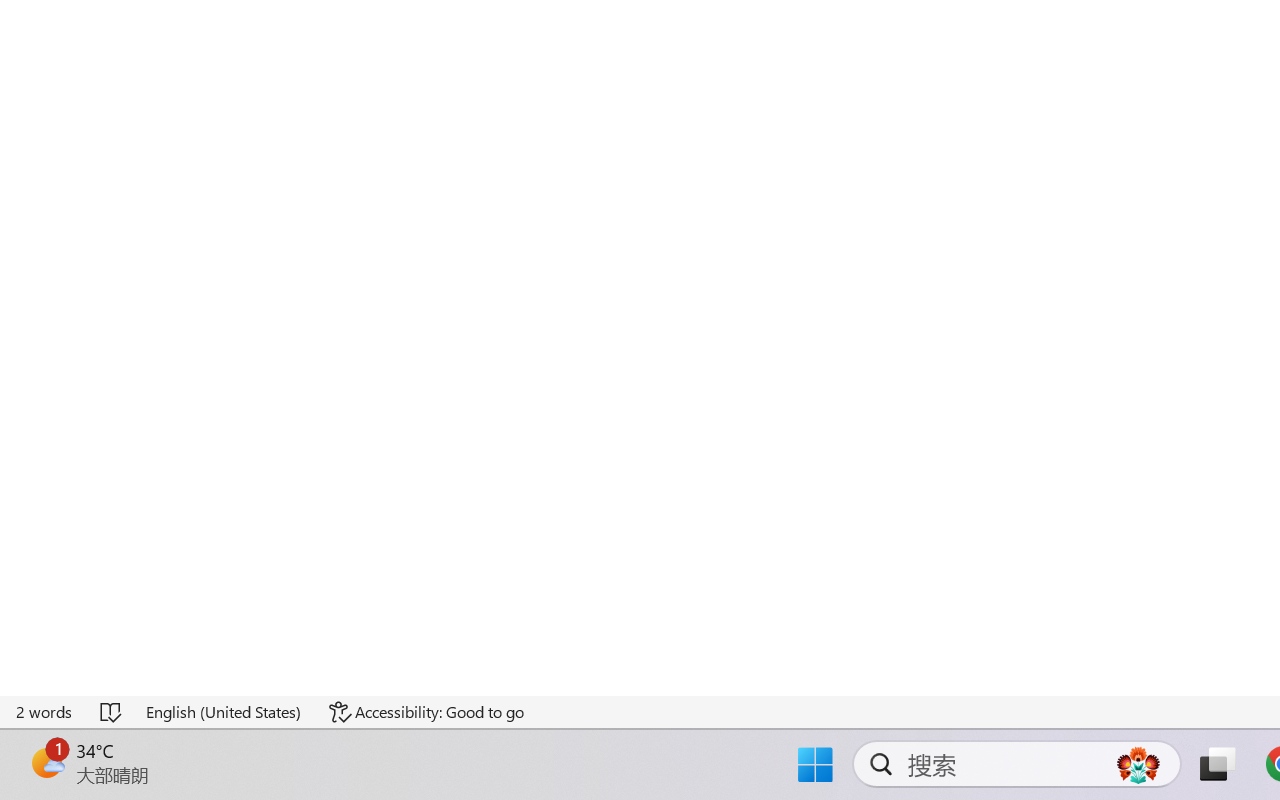  What do you see at coordinates (45, 711) in the screenshot?
I see `'Word Count 2 words'` at bounding box center [45, 711].